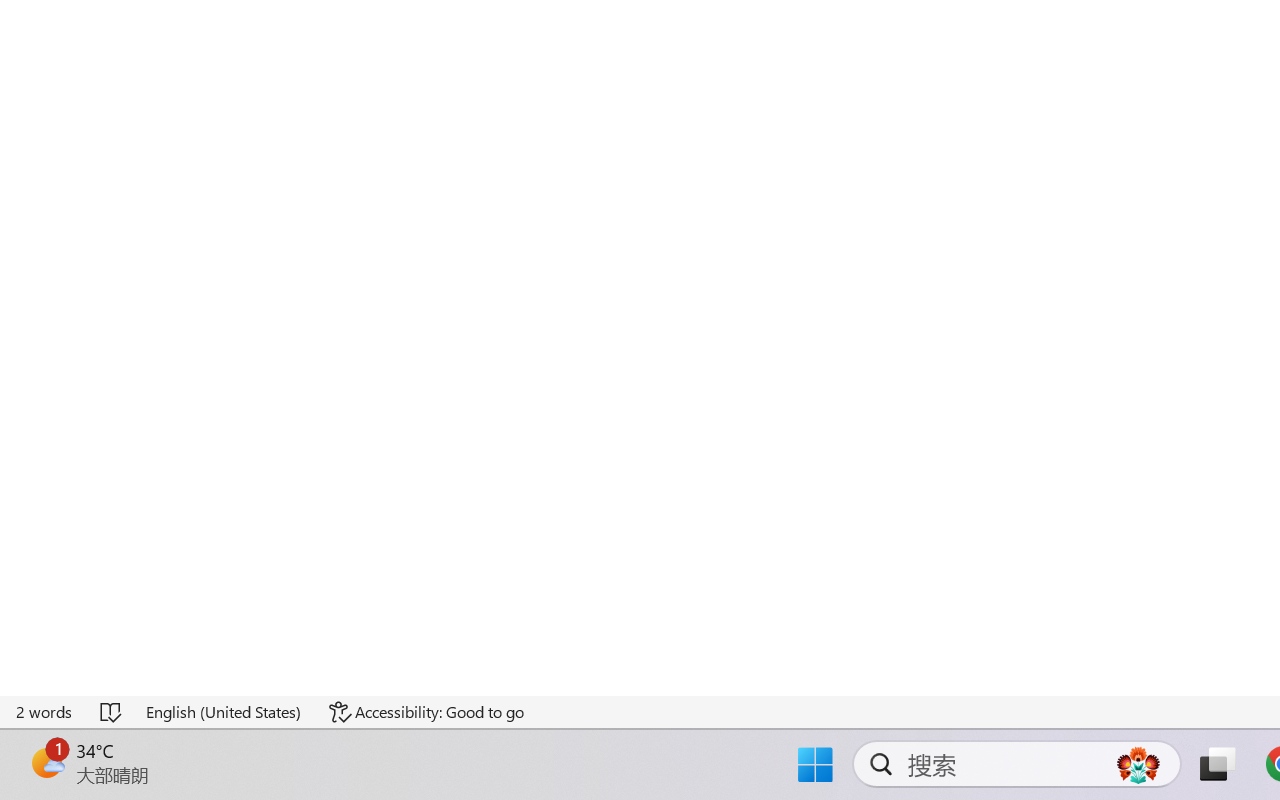  What do you see at coordinates (45, 711) in the screenshot?
I see `'Word Count 2 words'` at bounding box center [45, 711].